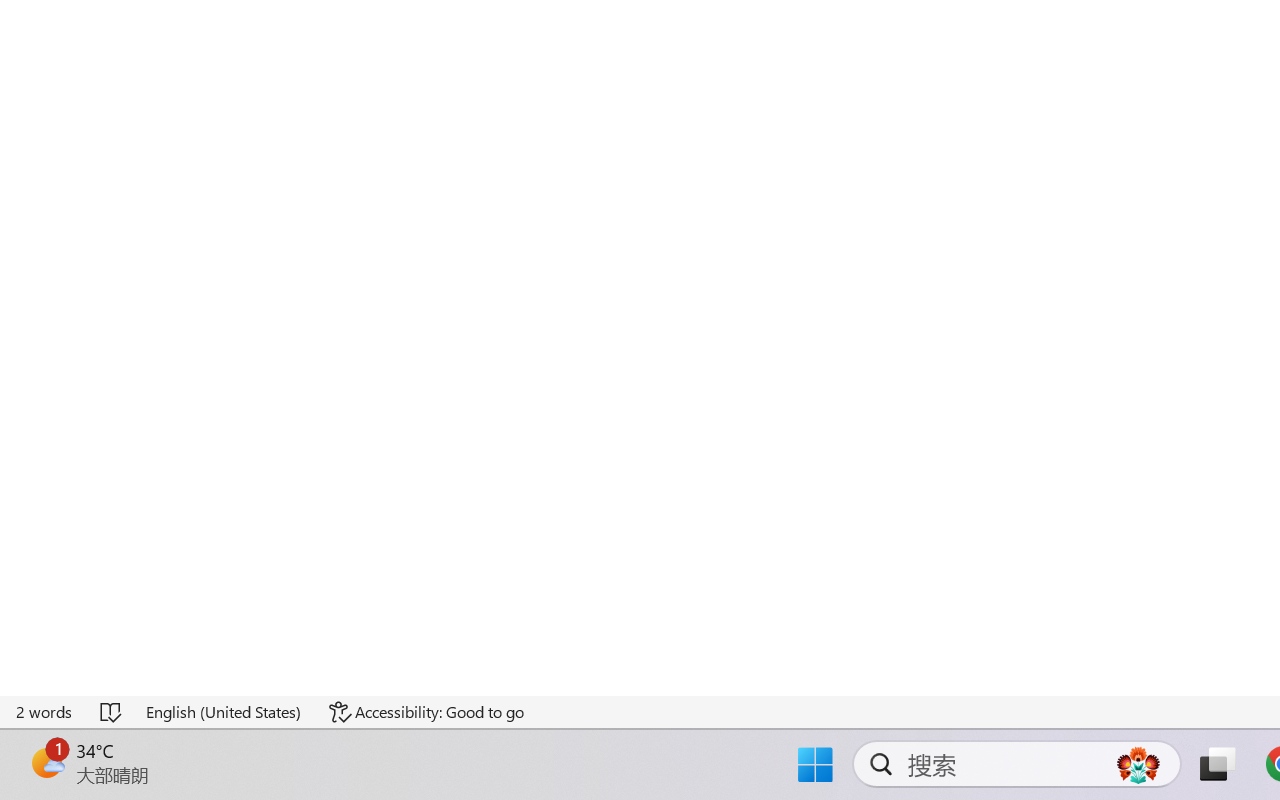  What do you see at coordinates (45, 711) in the screenshot?
I see `'Word Count 2 words'` at bounding box center [45, 711].